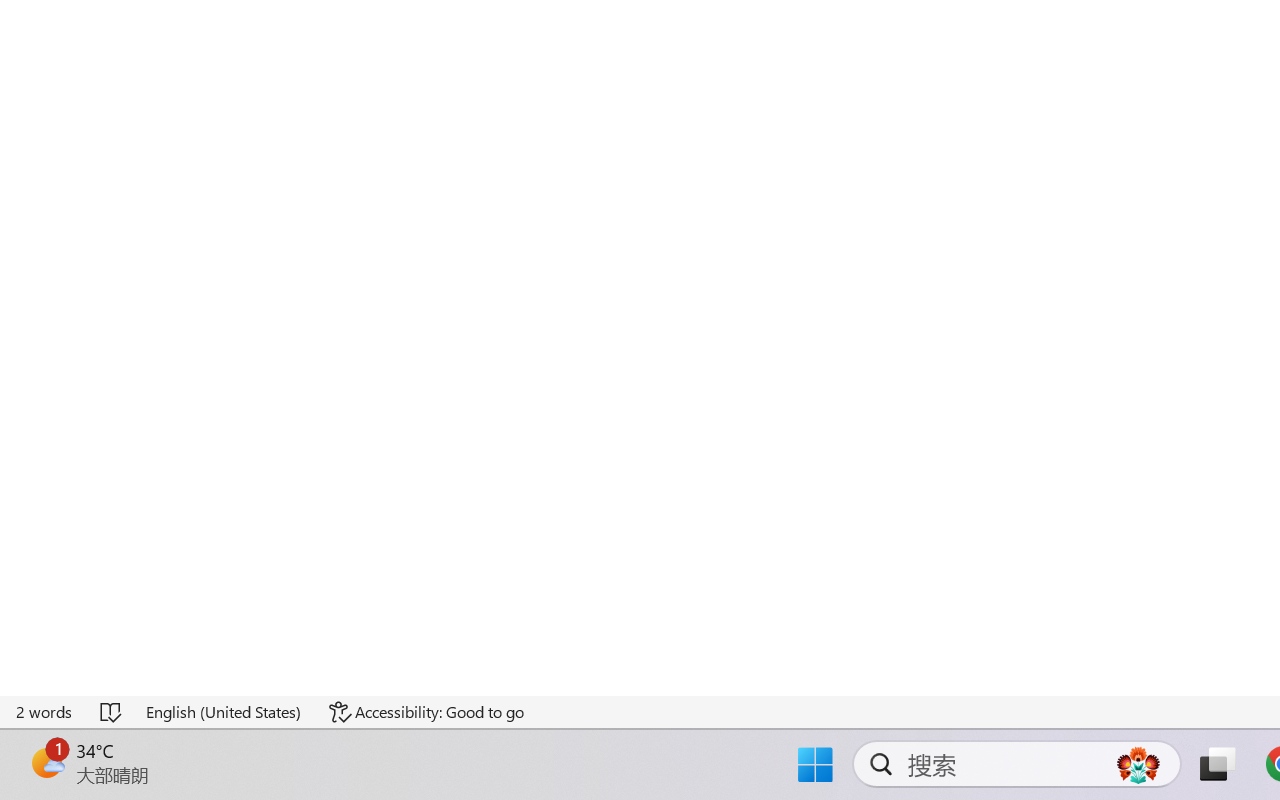  What do you see at coordinates (45, 711) in the screenshot?
I see `'Word Count 2 words'` at bounding box center [45, 711].